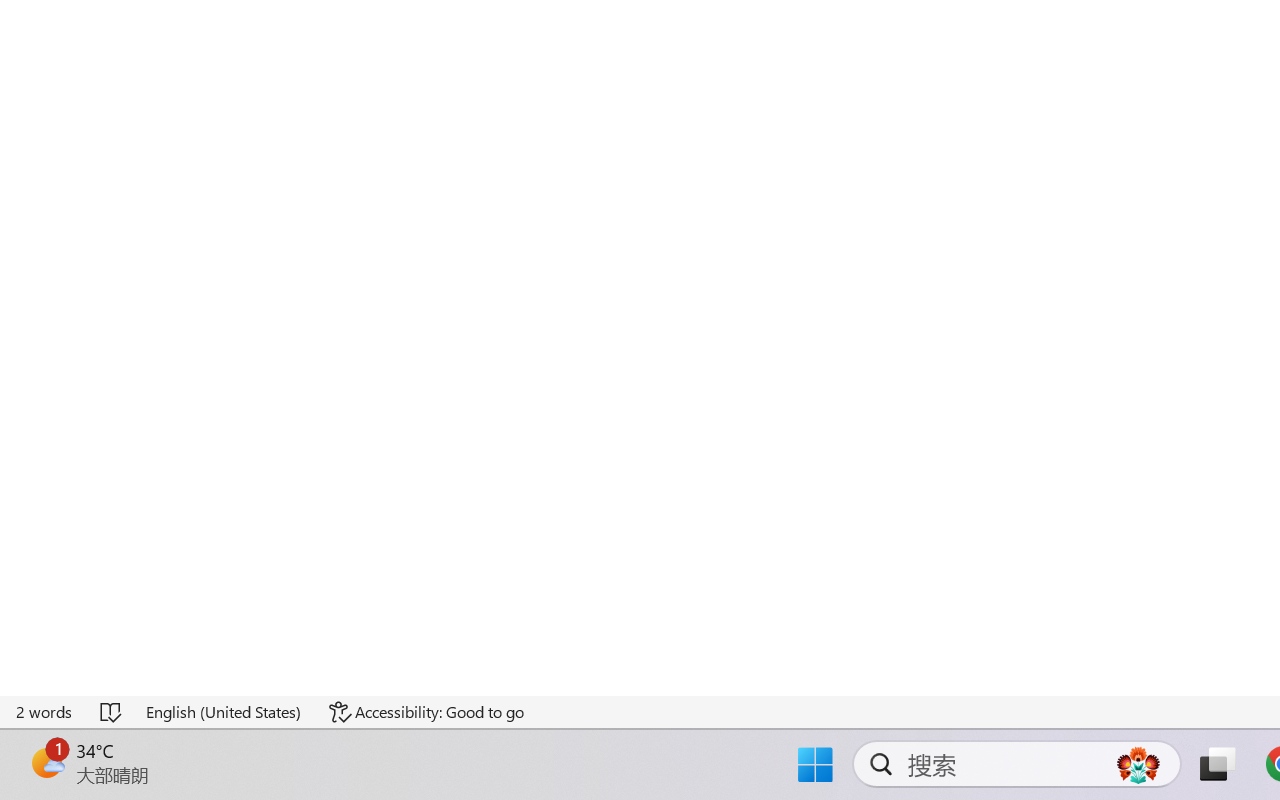  What do you see at coordinates (45, 711) in the screenshot?
I see `'Word Count 2 words'` at bounding box center [45, 711].